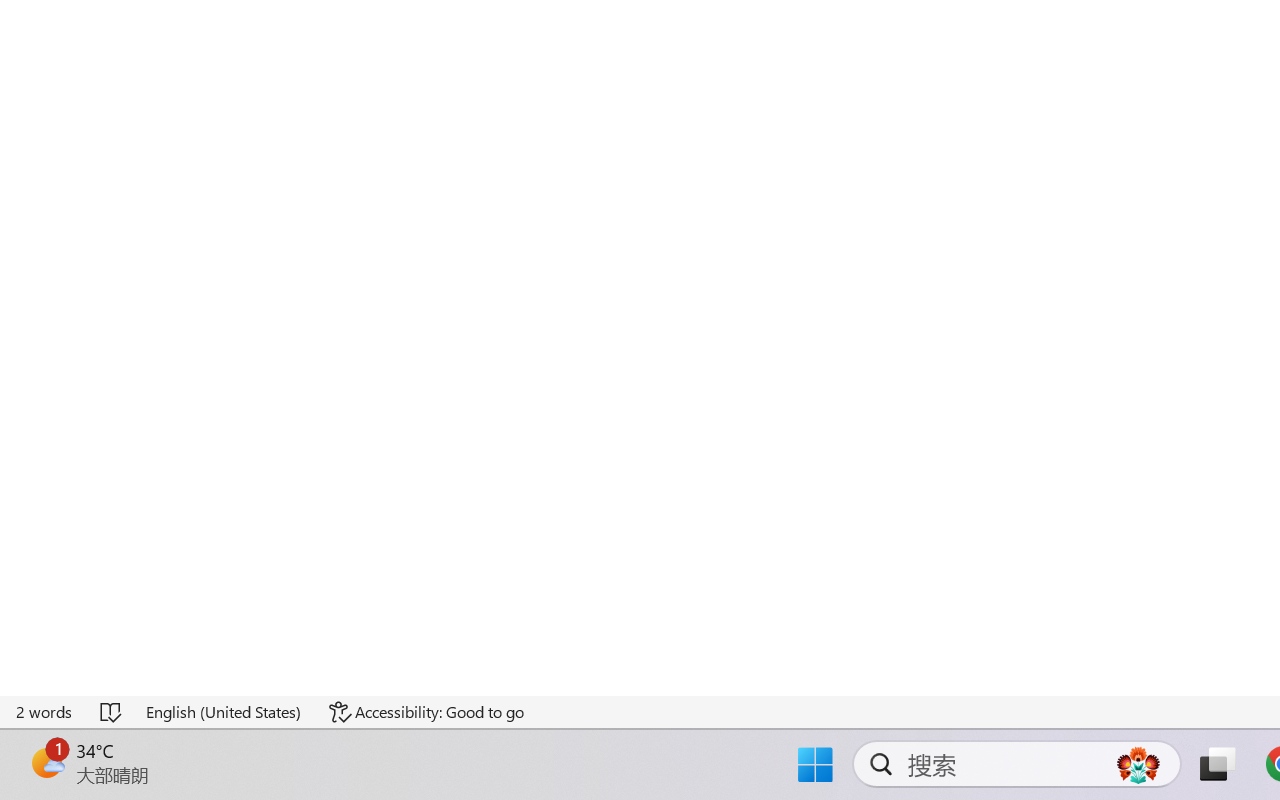  What do you see at coordinates (45, 711) in the screenshot?
I see `'Word Count 2 words'` at bounding box center [45, 711].